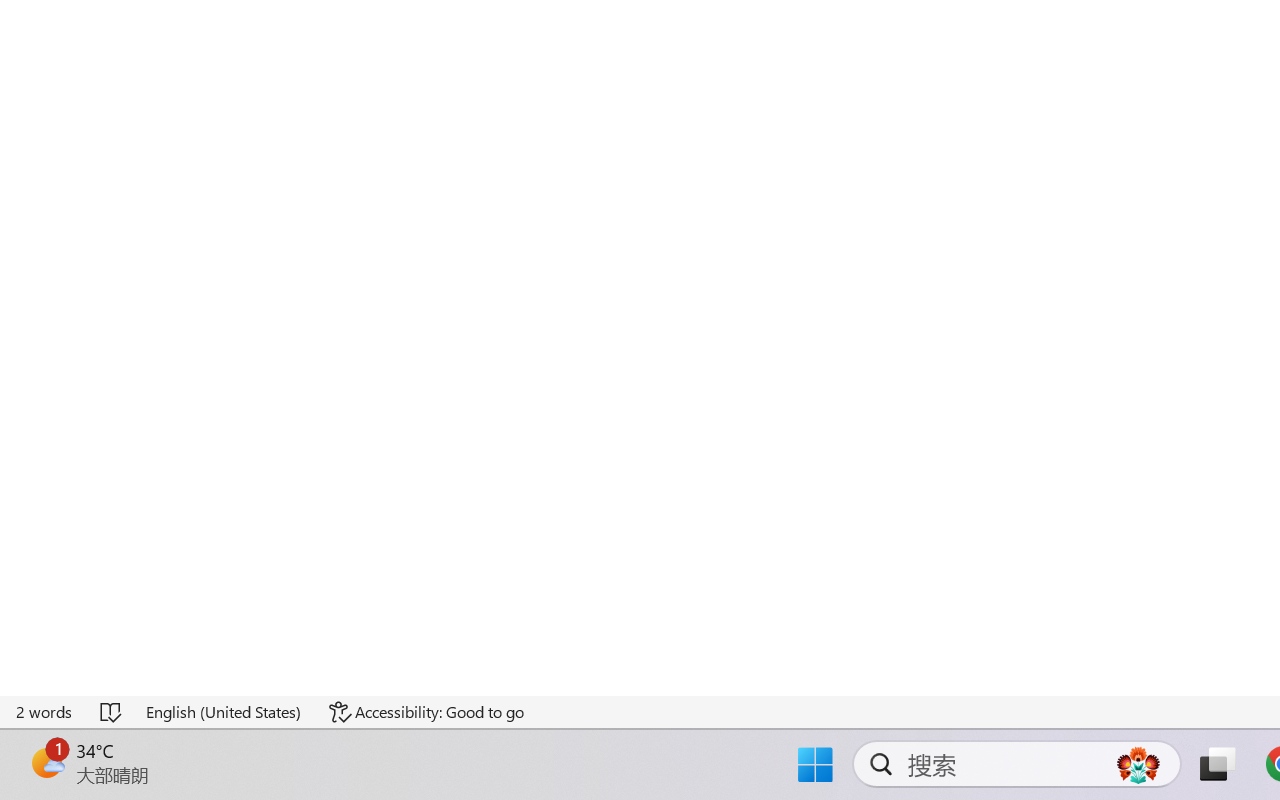  What do you see at coordinates (45, 711) in the screenshot?
I see `'Word Count 2 words'` at bounding box center [45, 711].